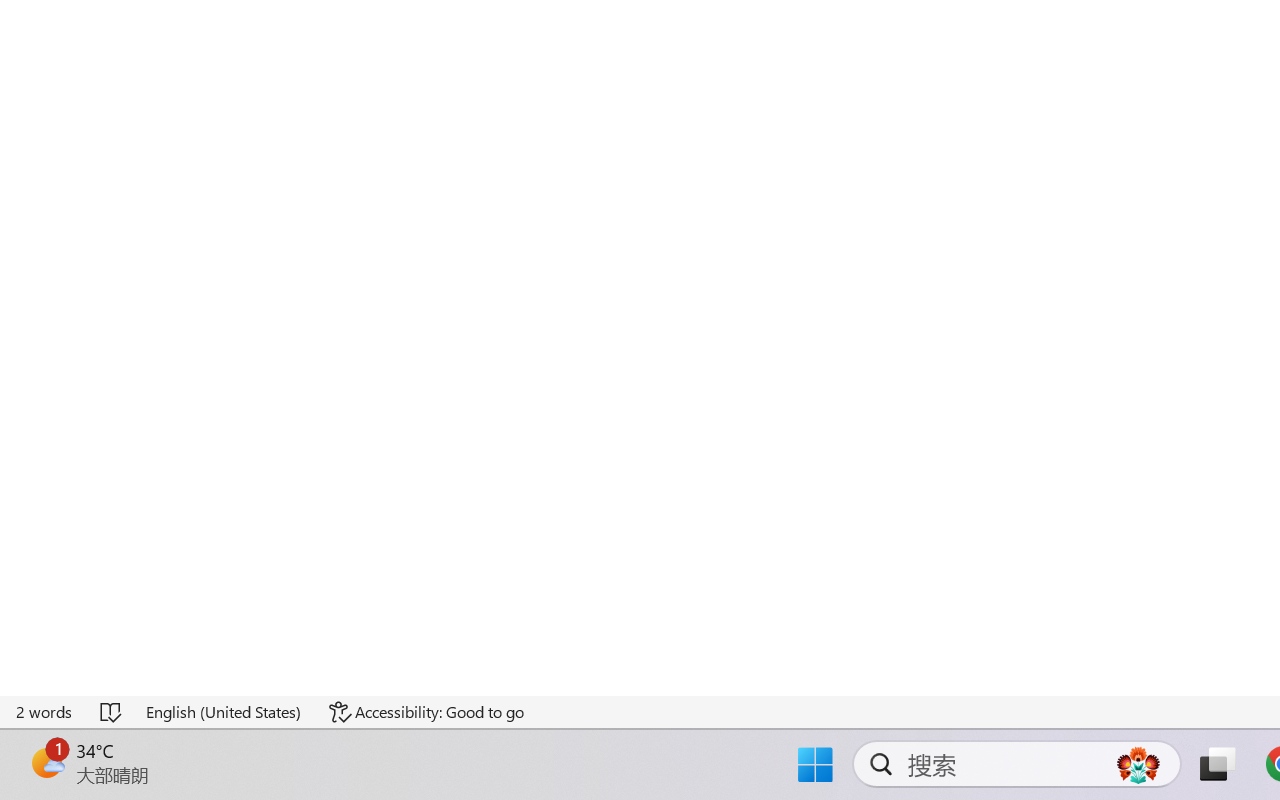  What do you see at coordinates (45, 711) in the screenshot?
I see `'Word Count 2 words'` at bounding box center [45, 711].